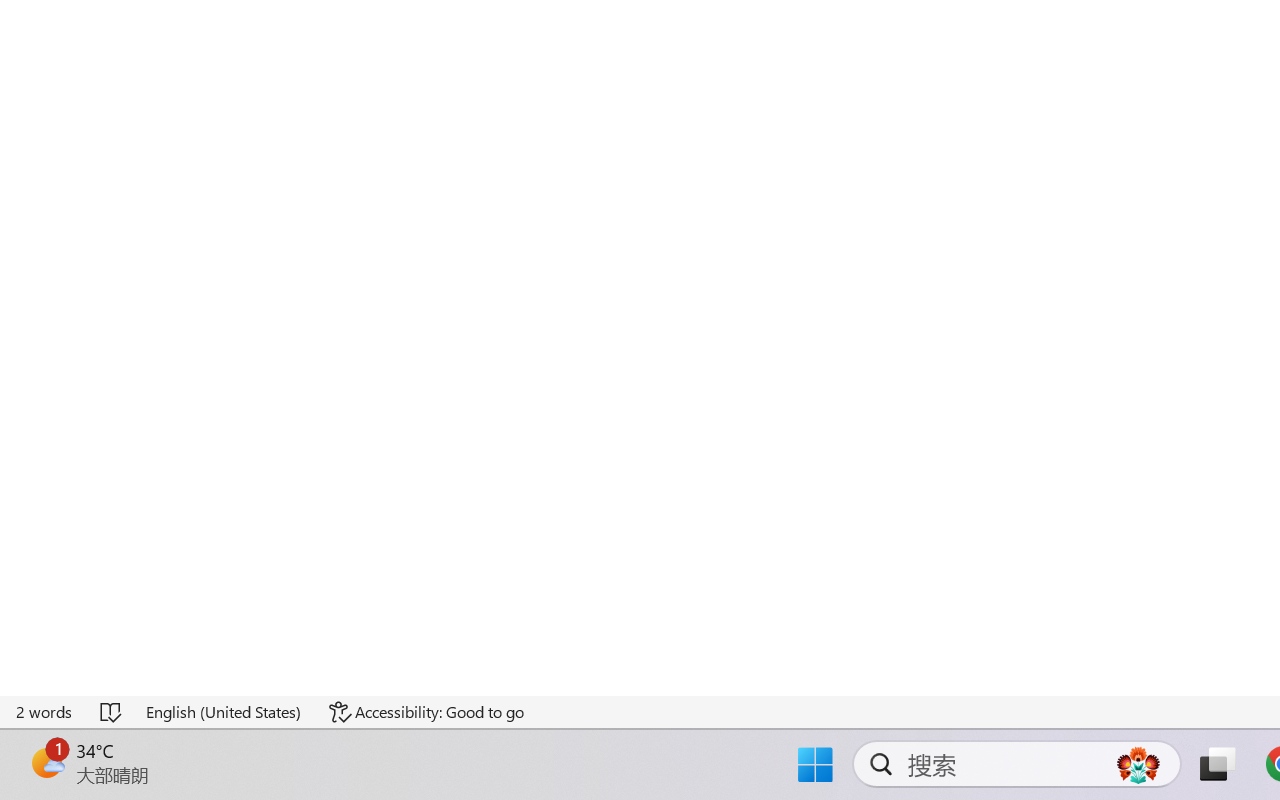  What do you see at coordinates (45, 711) in the screenshot?
I see `'Word Count 2 words'` at bounding box center [45, 711].